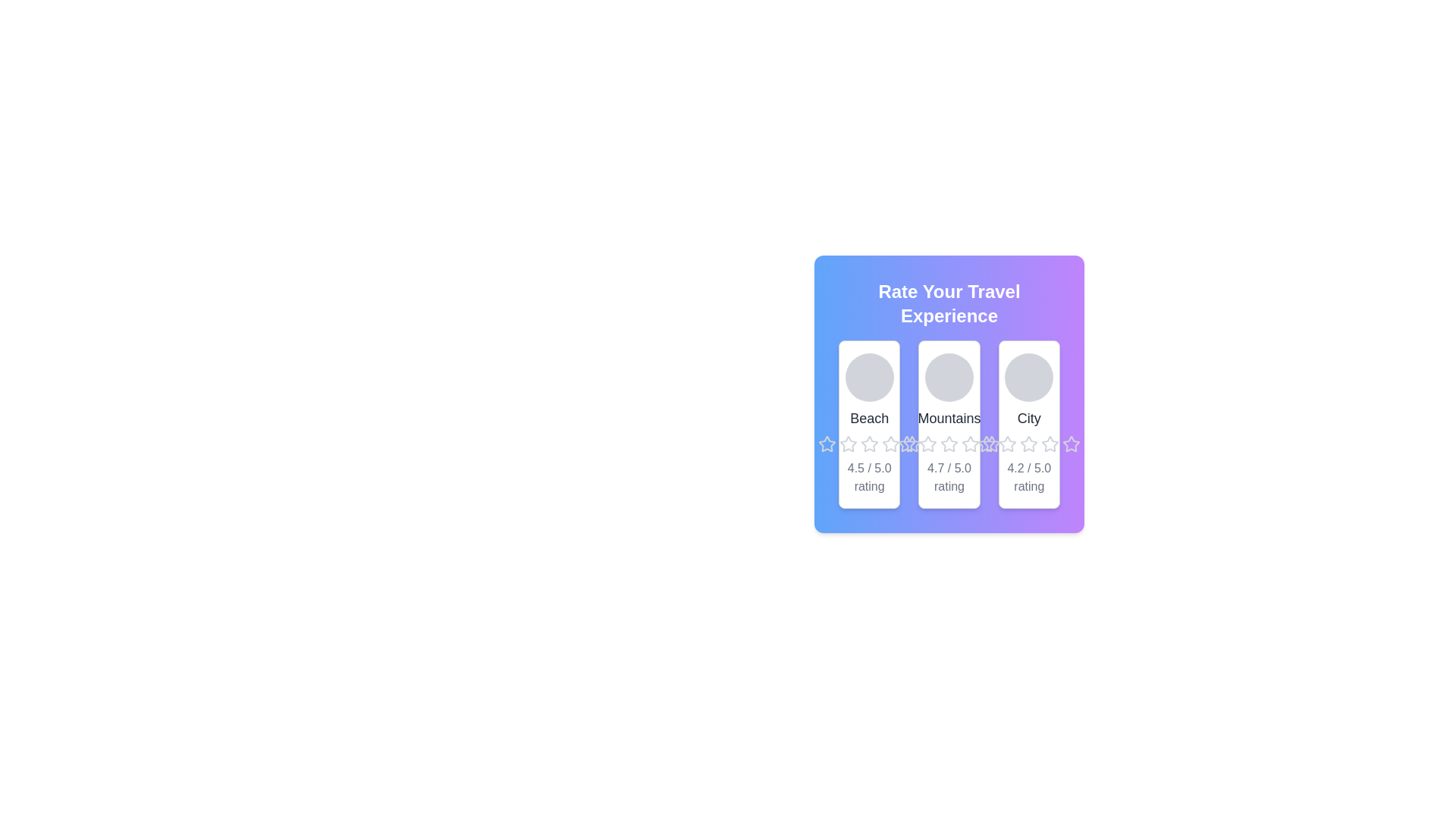 The width and height of the screenshot is (1456, 819). Describe the element at coordinates (927, 444) in the screenshot. I see `the third star icon in the rating row under the 'Mountains' section to indicate a rating of three stars out of five` at that location.